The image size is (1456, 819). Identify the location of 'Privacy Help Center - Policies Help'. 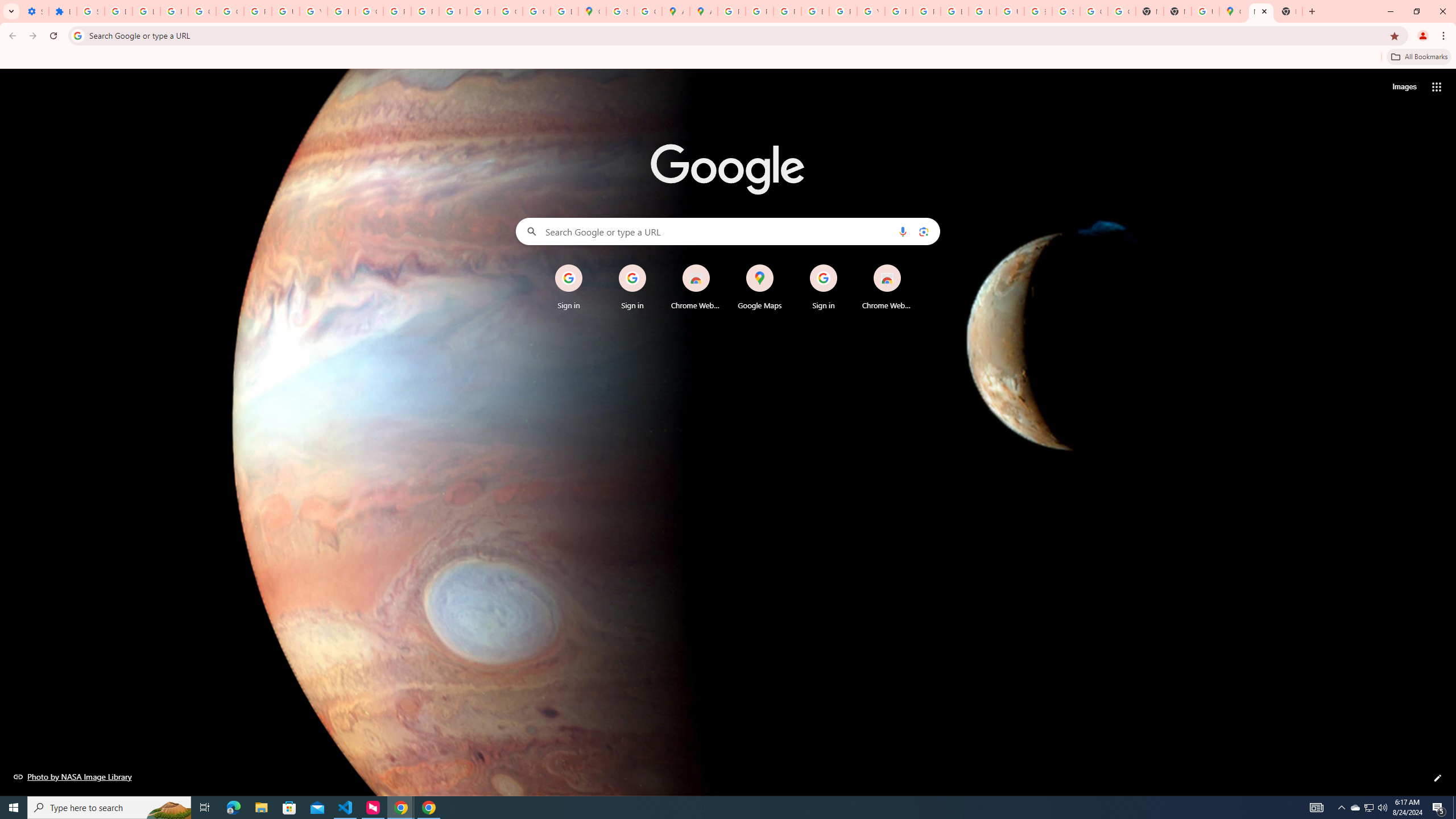
(787, 11).